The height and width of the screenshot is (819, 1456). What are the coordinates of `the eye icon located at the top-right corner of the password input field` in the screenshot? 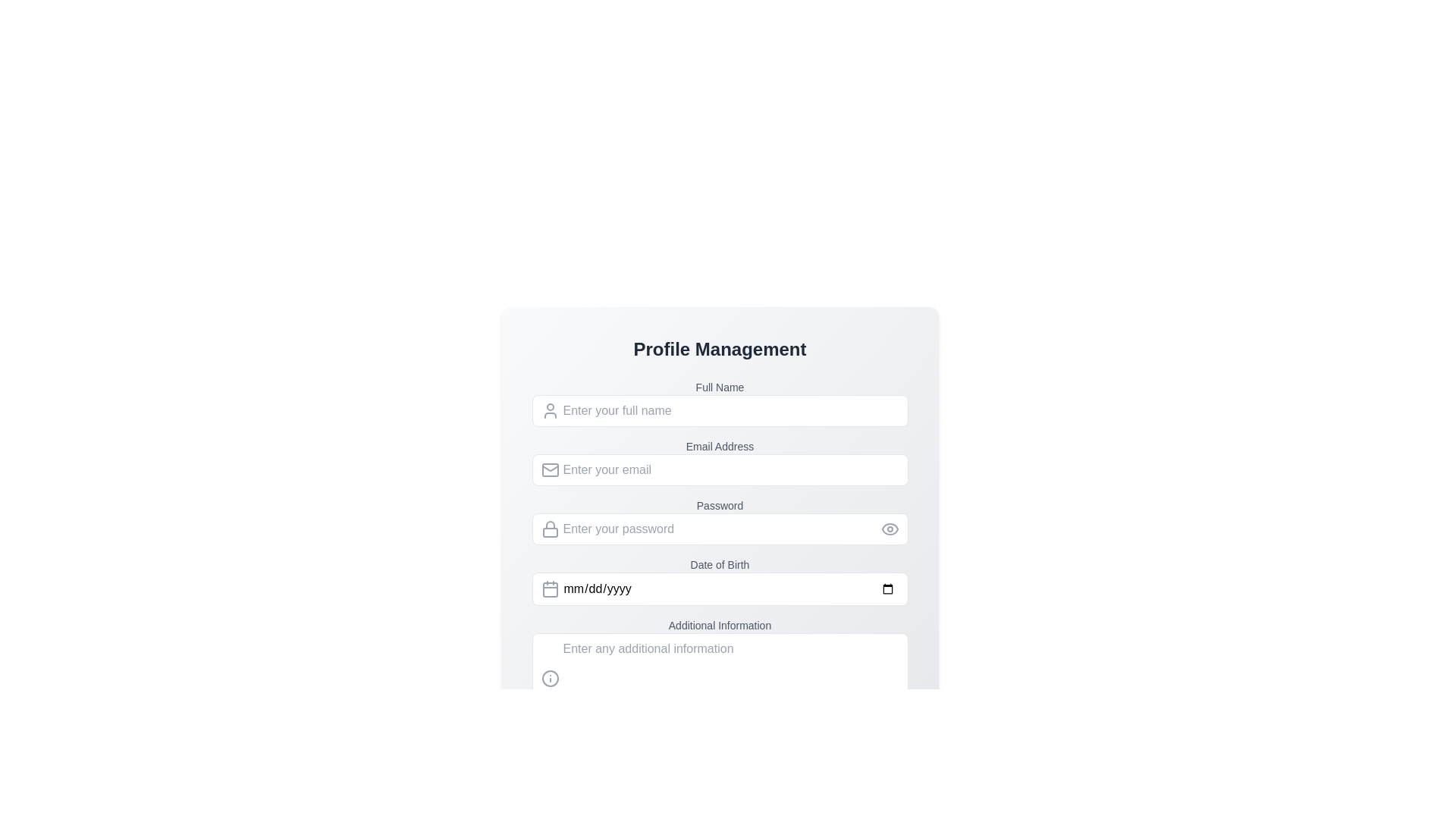 It's located at (890, 529).